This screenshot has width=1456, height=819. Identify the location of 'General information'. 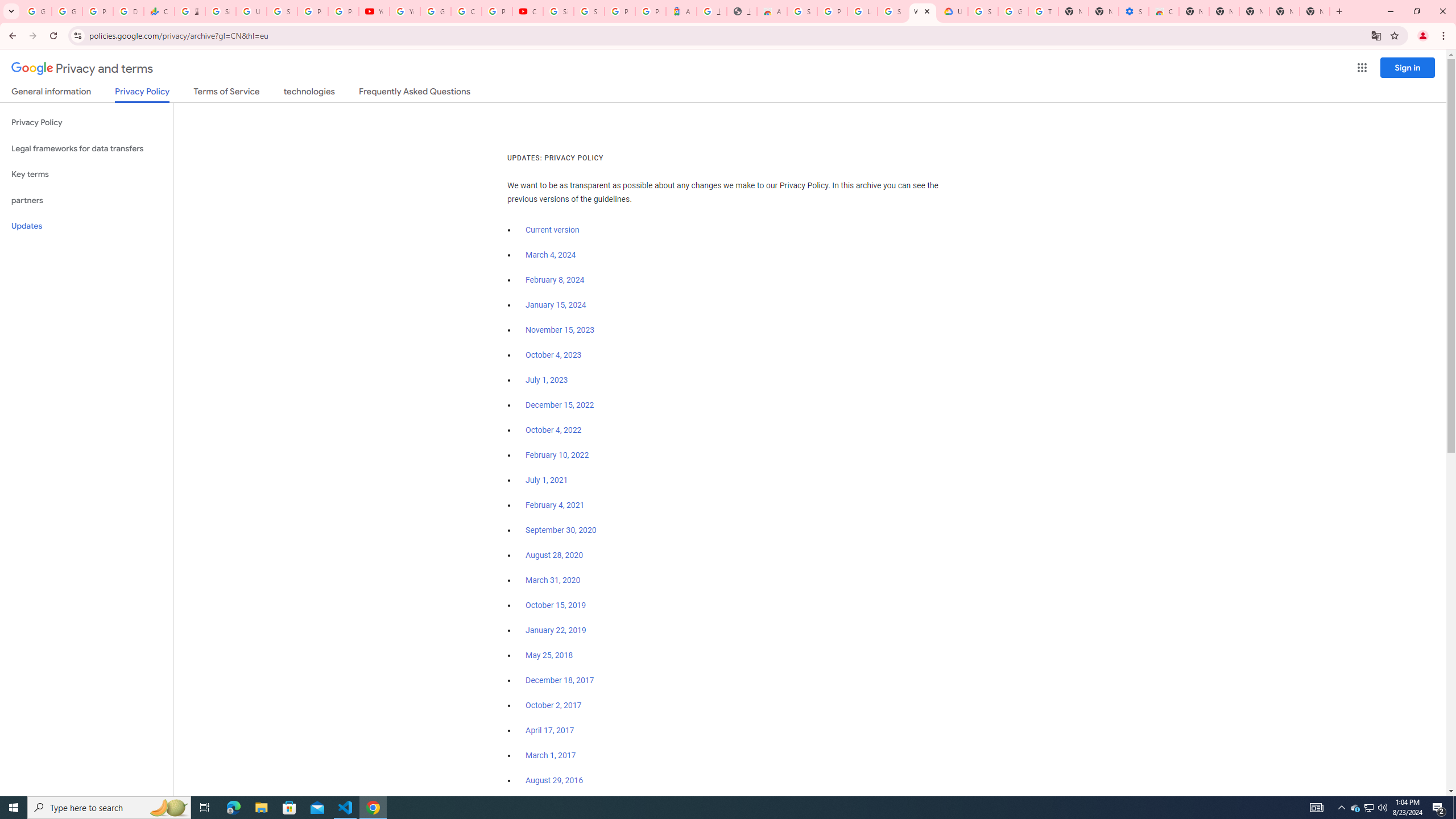
(51, 93).